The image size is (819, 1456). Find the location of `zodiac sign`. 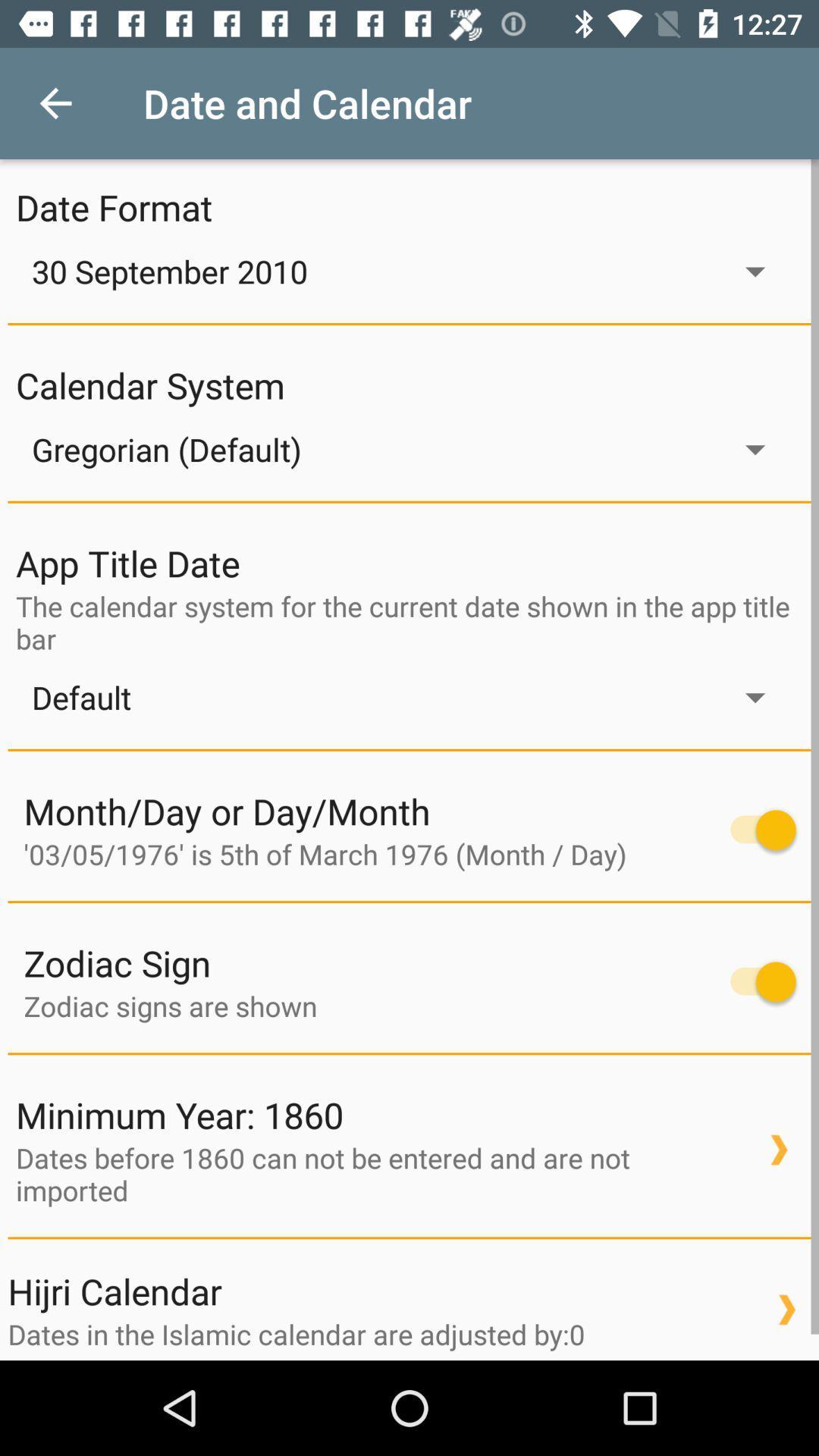

zodiac sign is located at coordinates (755, 981).